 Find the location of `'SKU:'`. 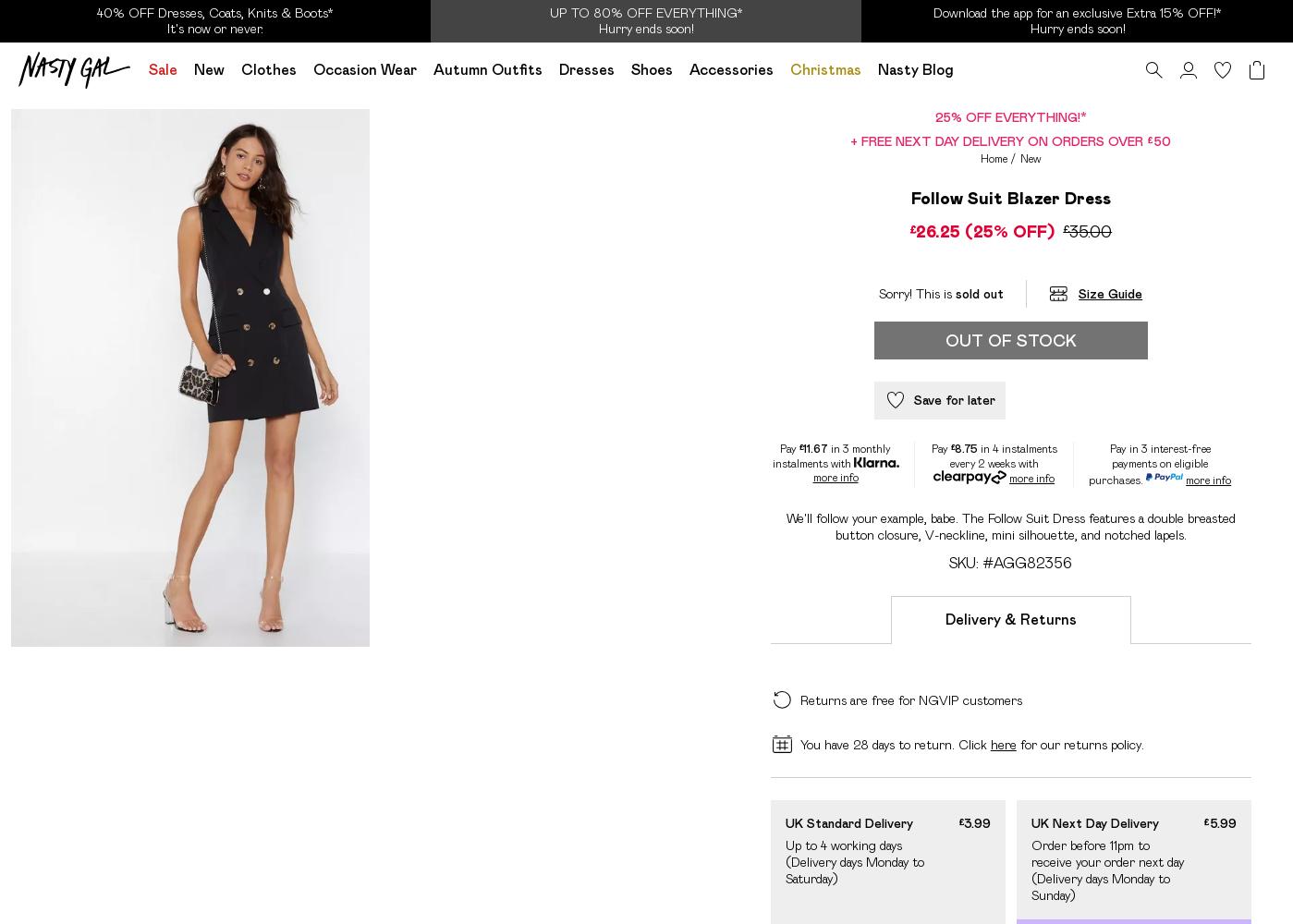

'SKU:' is located at coordinates (965, 562).